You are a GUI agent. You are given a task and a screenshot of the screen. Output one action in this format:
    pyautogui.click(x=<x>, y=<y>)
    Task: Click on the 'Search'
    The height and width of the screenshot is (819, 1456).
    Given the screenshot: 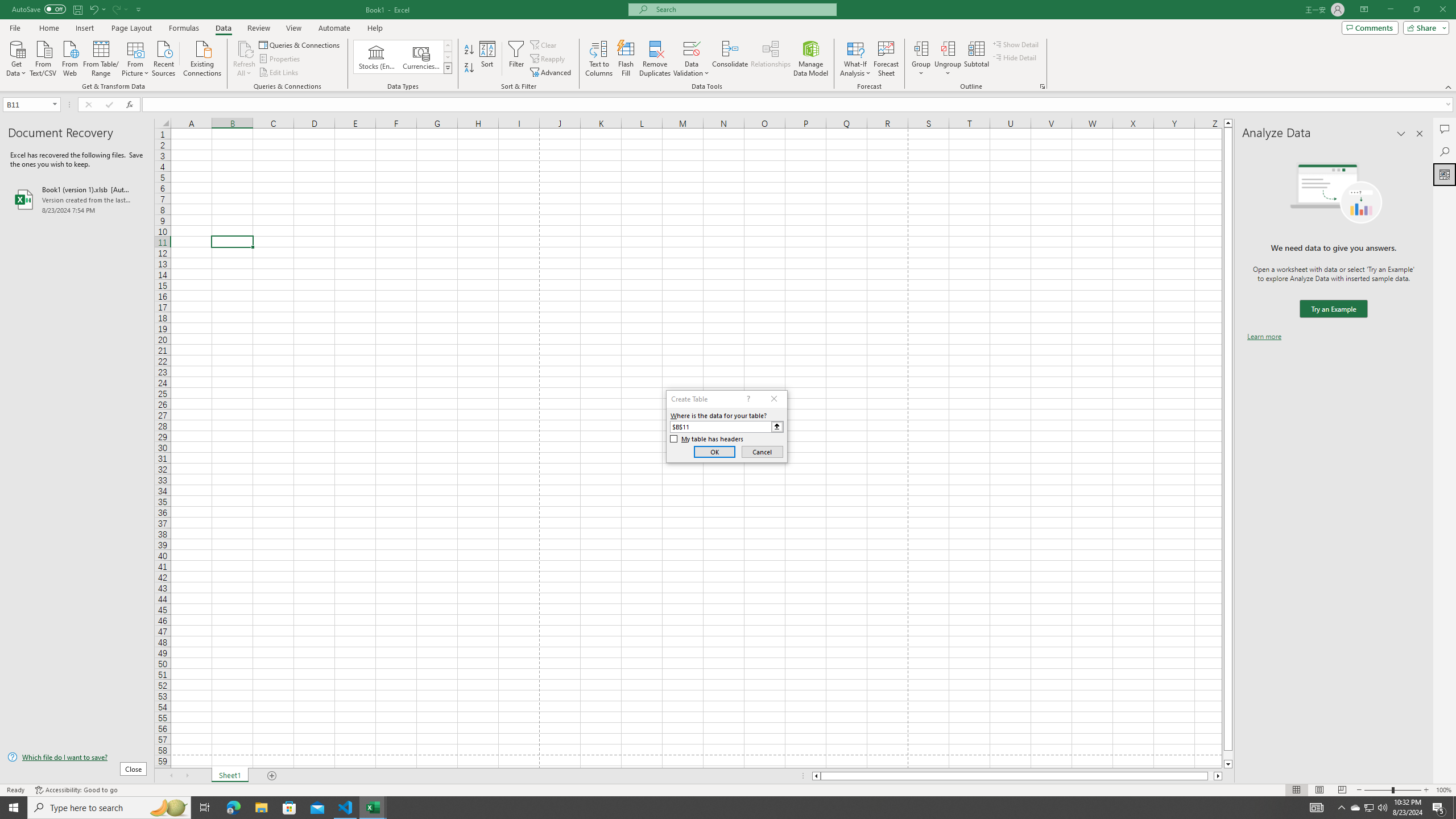 What is the action you would take?
    pyautogui.click(x=1444, y=152)
    